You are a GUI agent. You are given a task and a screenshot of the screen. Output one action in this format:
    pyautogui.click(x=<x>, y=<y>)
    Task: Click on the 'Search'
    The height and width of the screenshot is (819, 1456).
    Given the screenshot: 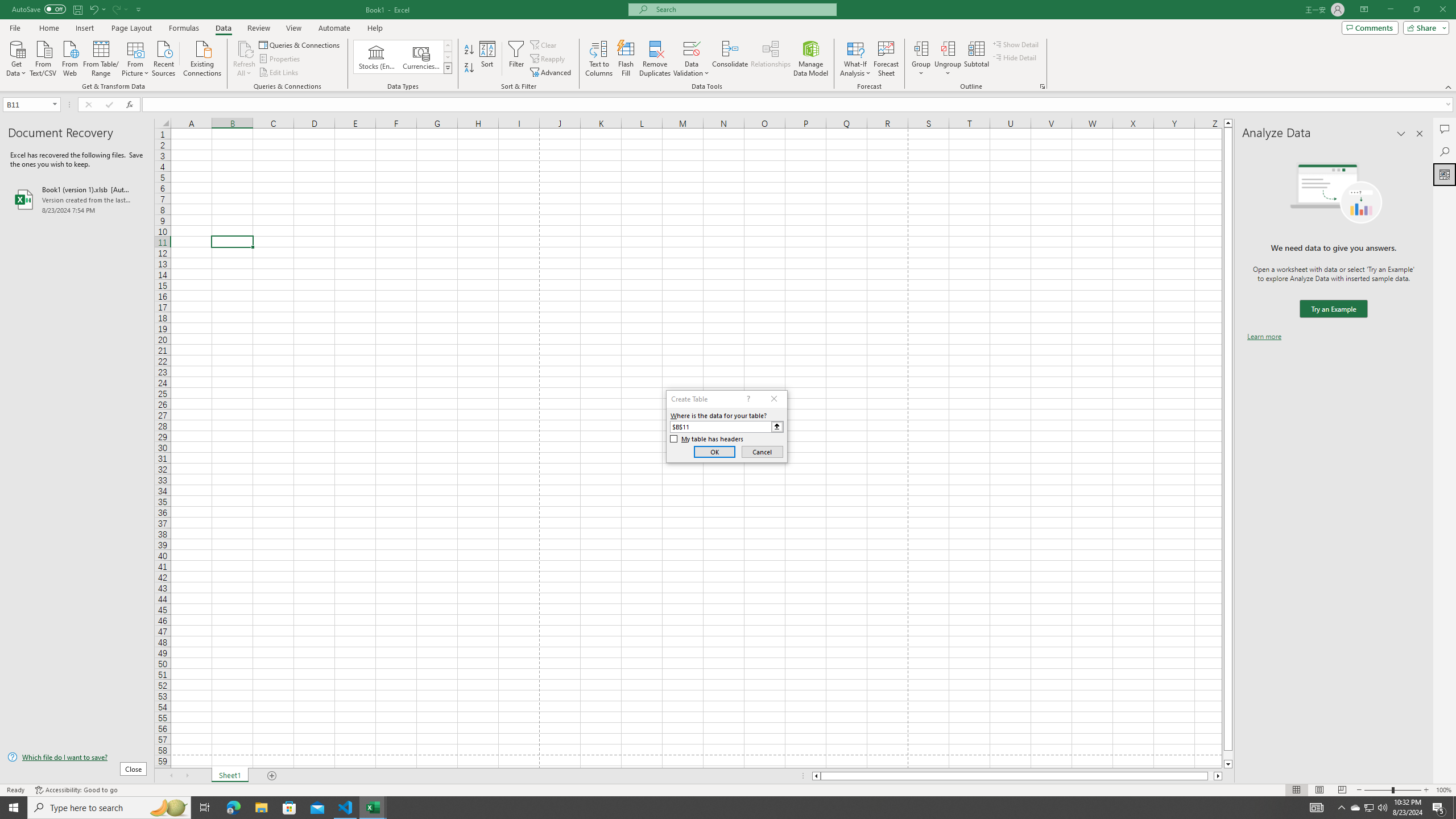 What is the action you would take?
    pyautogui.click(x=1444, y=152)
    